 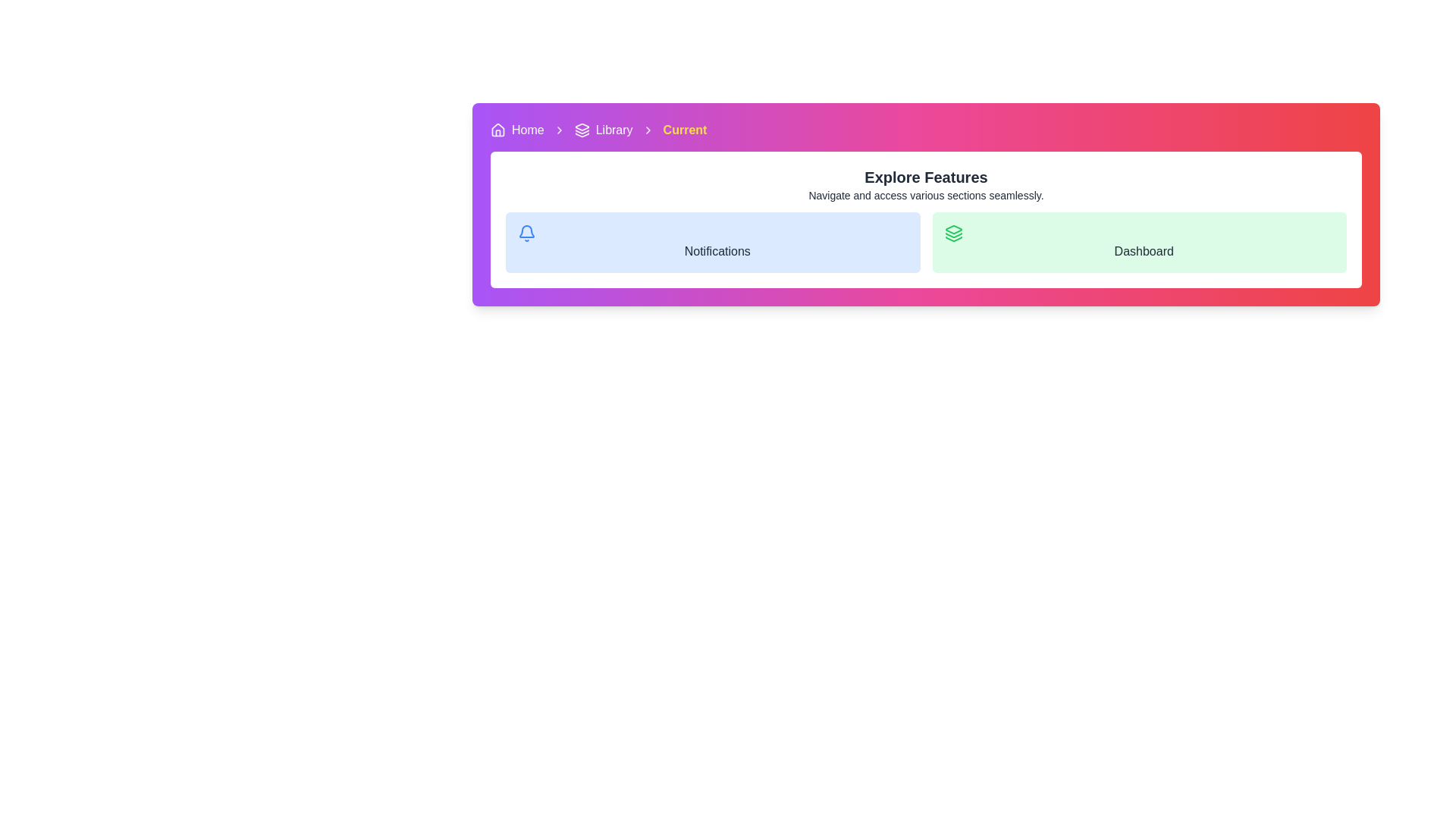 What do you see at coordinates (925, 195) in the screenshot?
I see `the text reading 'Navigate and access various sections seamlessly.' which is located beneath the heading 'Explore Features.'` at bounding box center [925, 195].